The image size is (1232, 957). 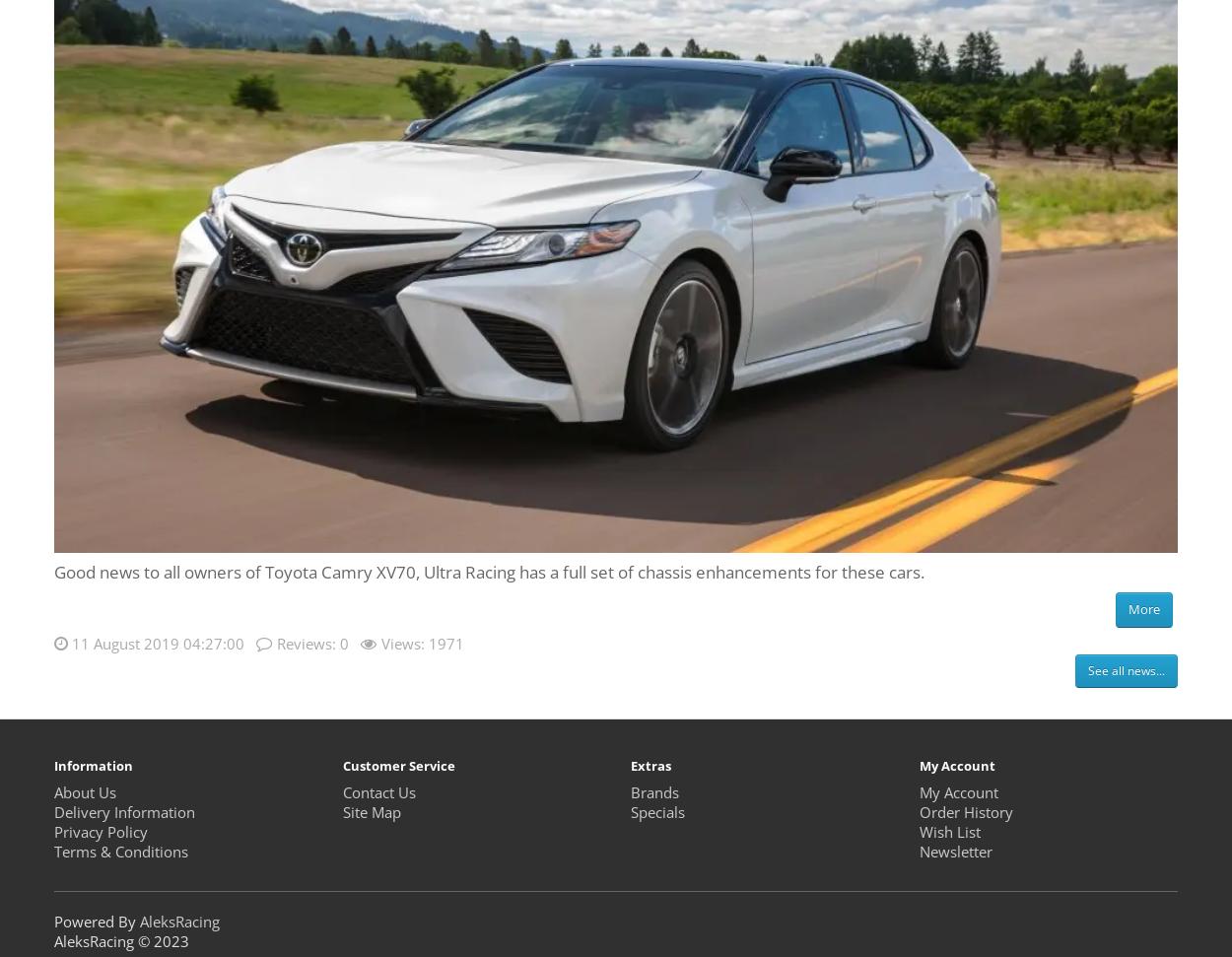 What do you see at coordinates (657, 810) in the screenshot?
I see `'Specials'` at bounding box center [657, 810].